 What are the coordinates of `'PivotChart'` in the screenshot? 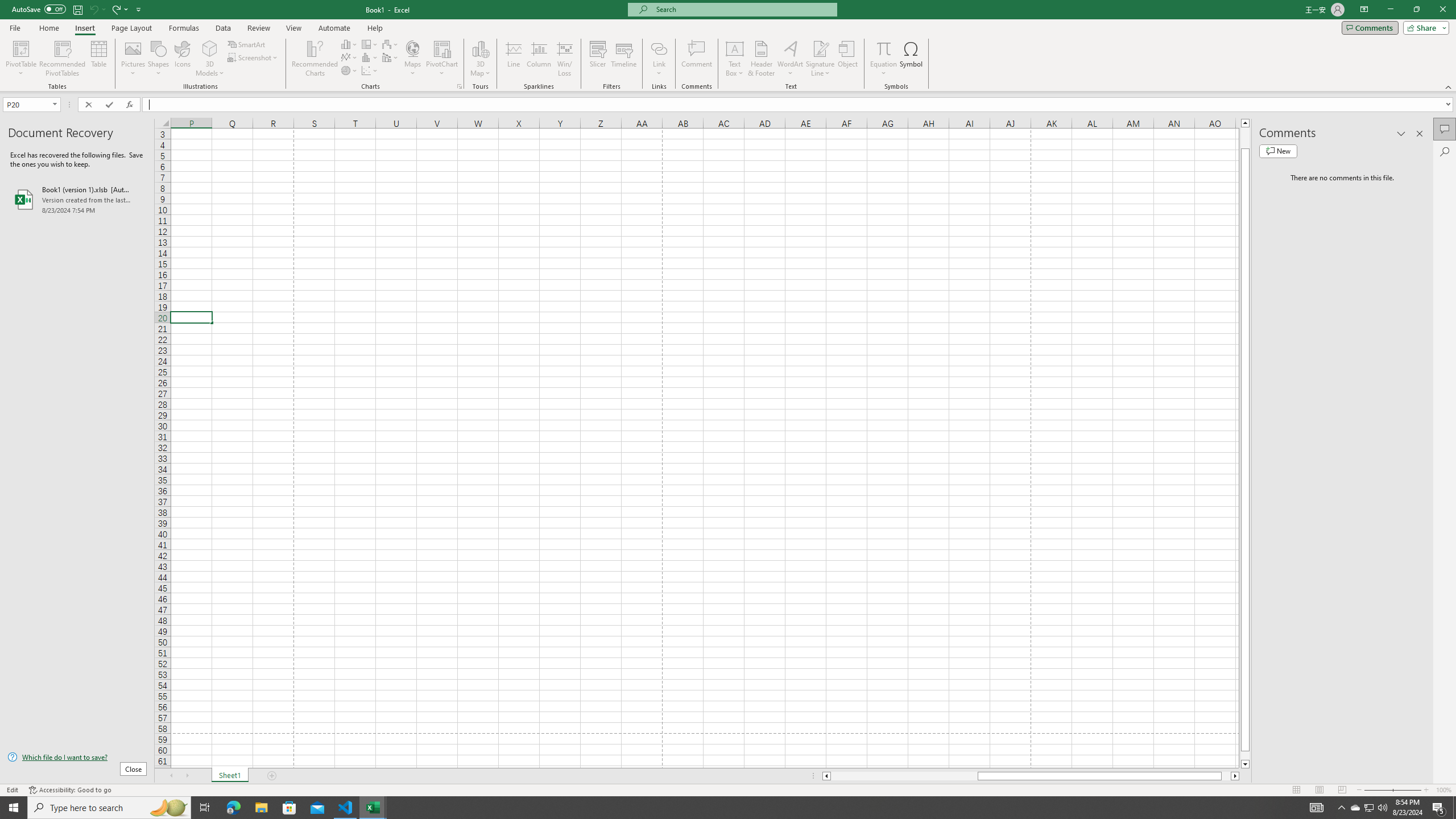 It's located at (442, 59).